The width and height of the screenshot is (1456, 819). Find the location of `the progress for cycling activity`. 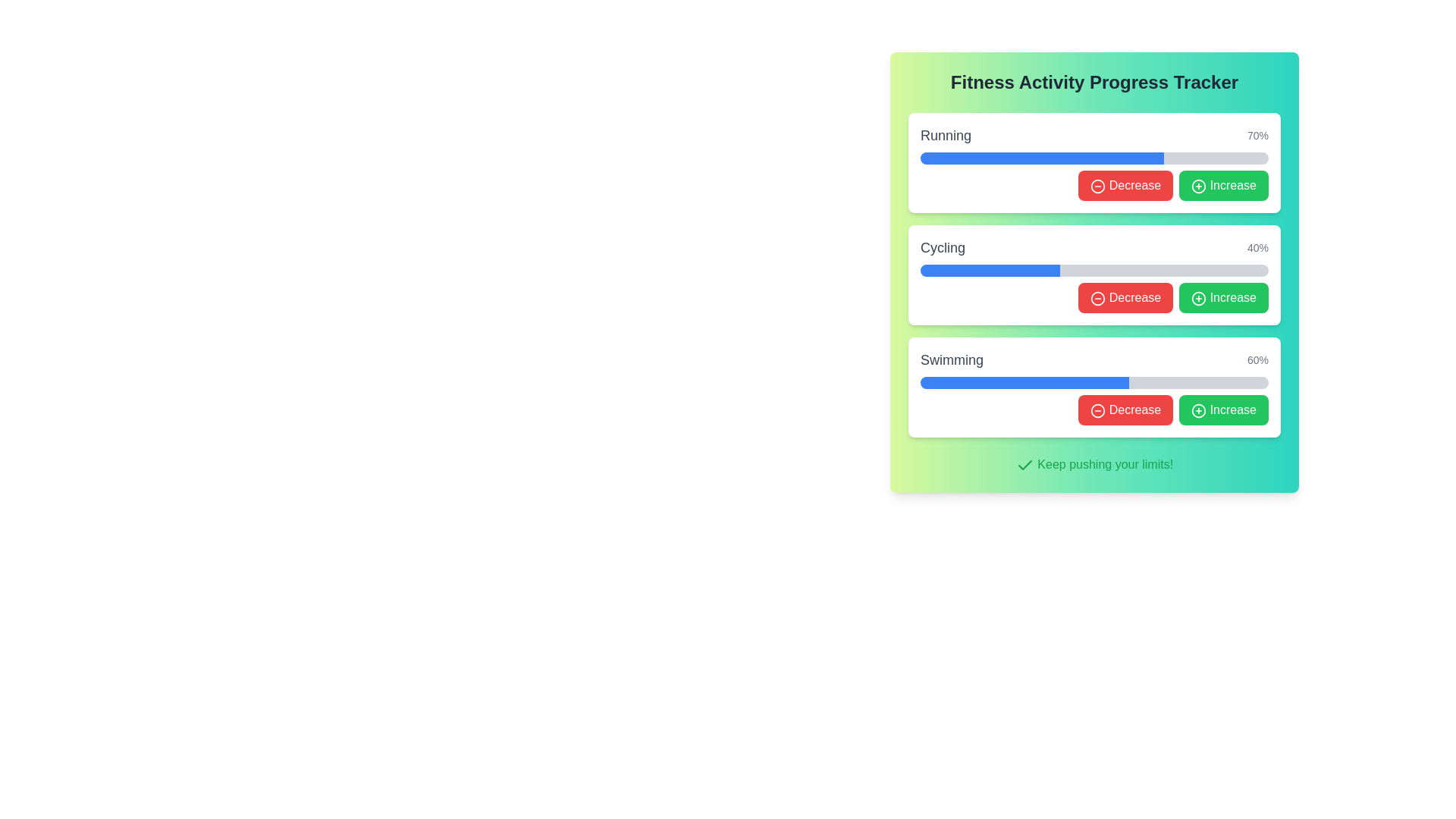

the progress for cycling activity is located at coordinates (1037, 270).